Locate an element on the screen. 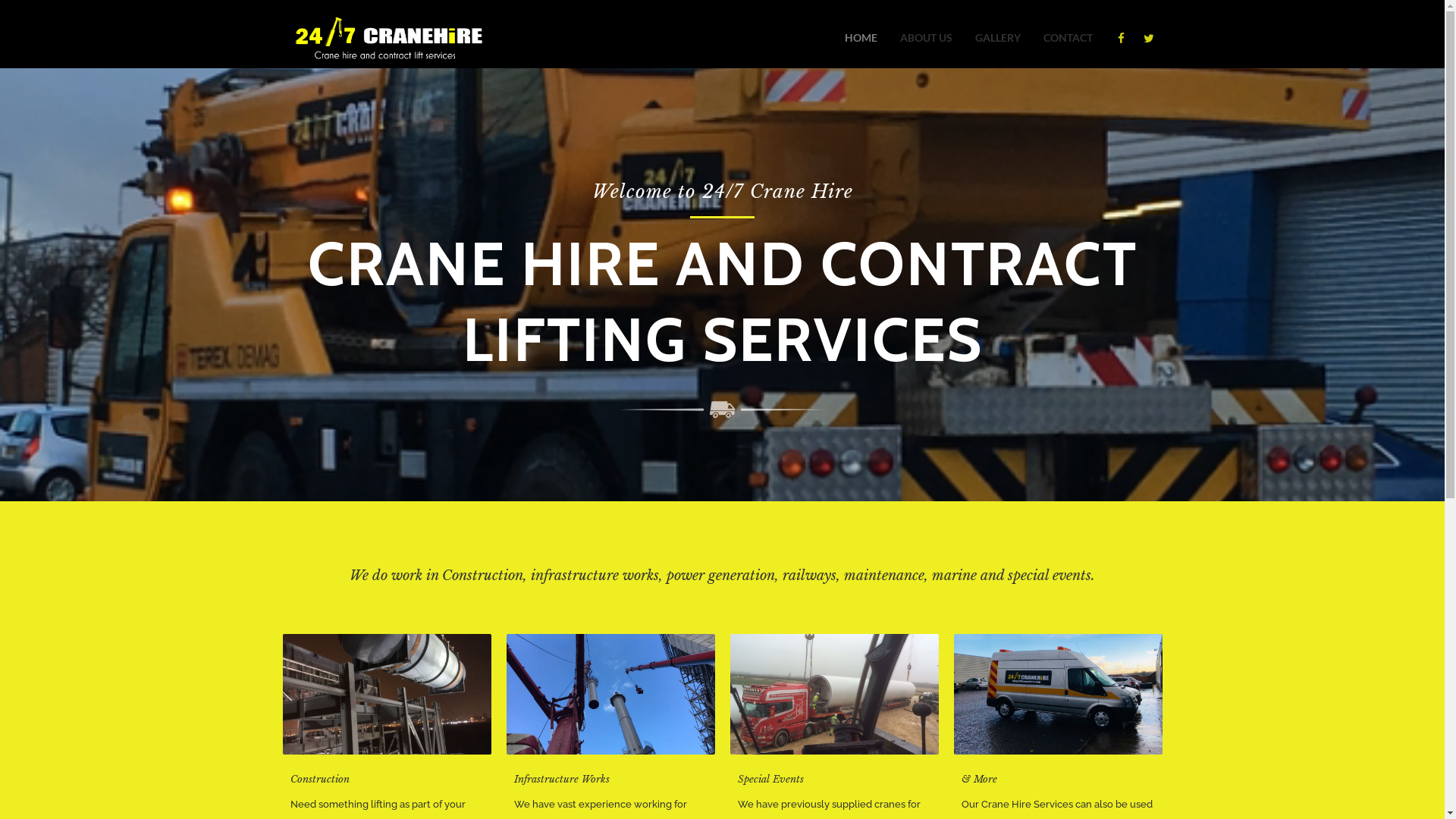 Image resolution: width=1456 pixels, height=819 pixels. 'ABOUT US' is located at coordinates (924, 37).